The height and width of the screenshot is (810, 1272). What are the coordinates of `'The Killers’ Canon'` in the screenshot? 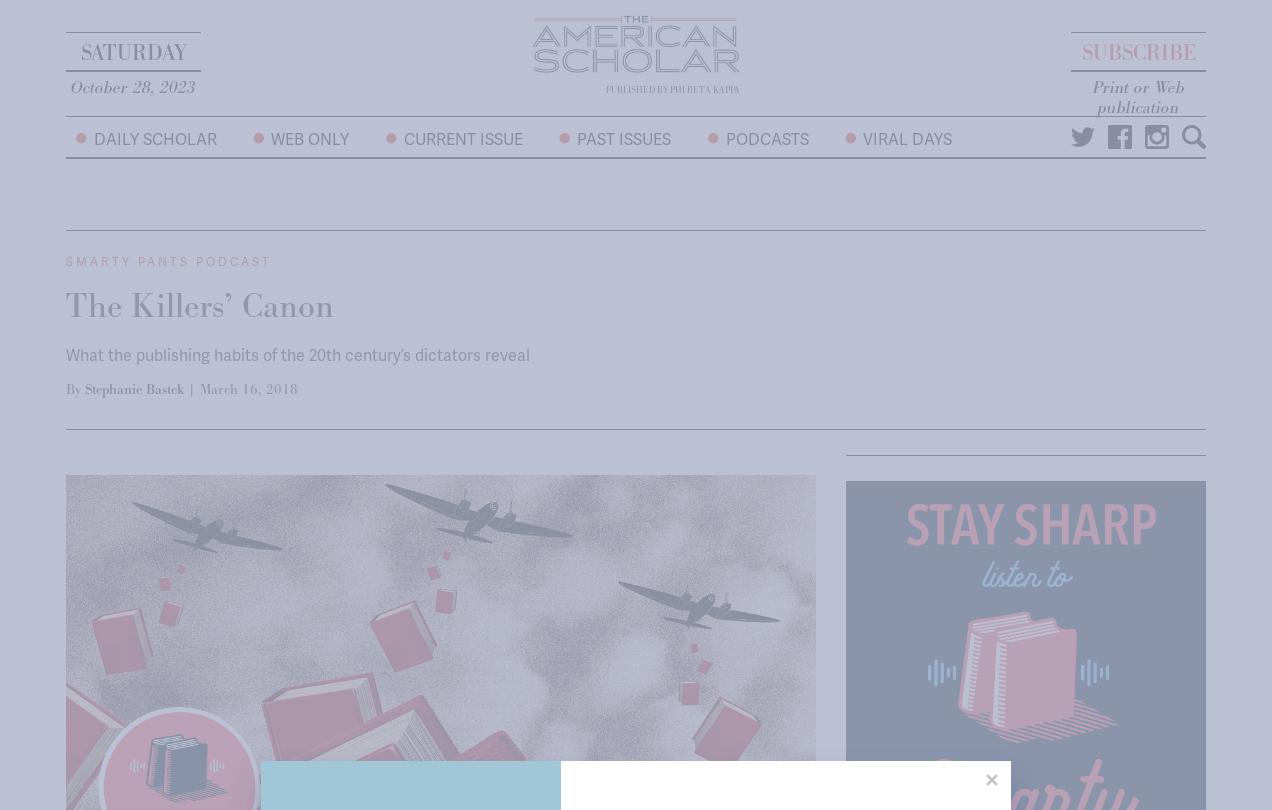 It's located at (199, 305).